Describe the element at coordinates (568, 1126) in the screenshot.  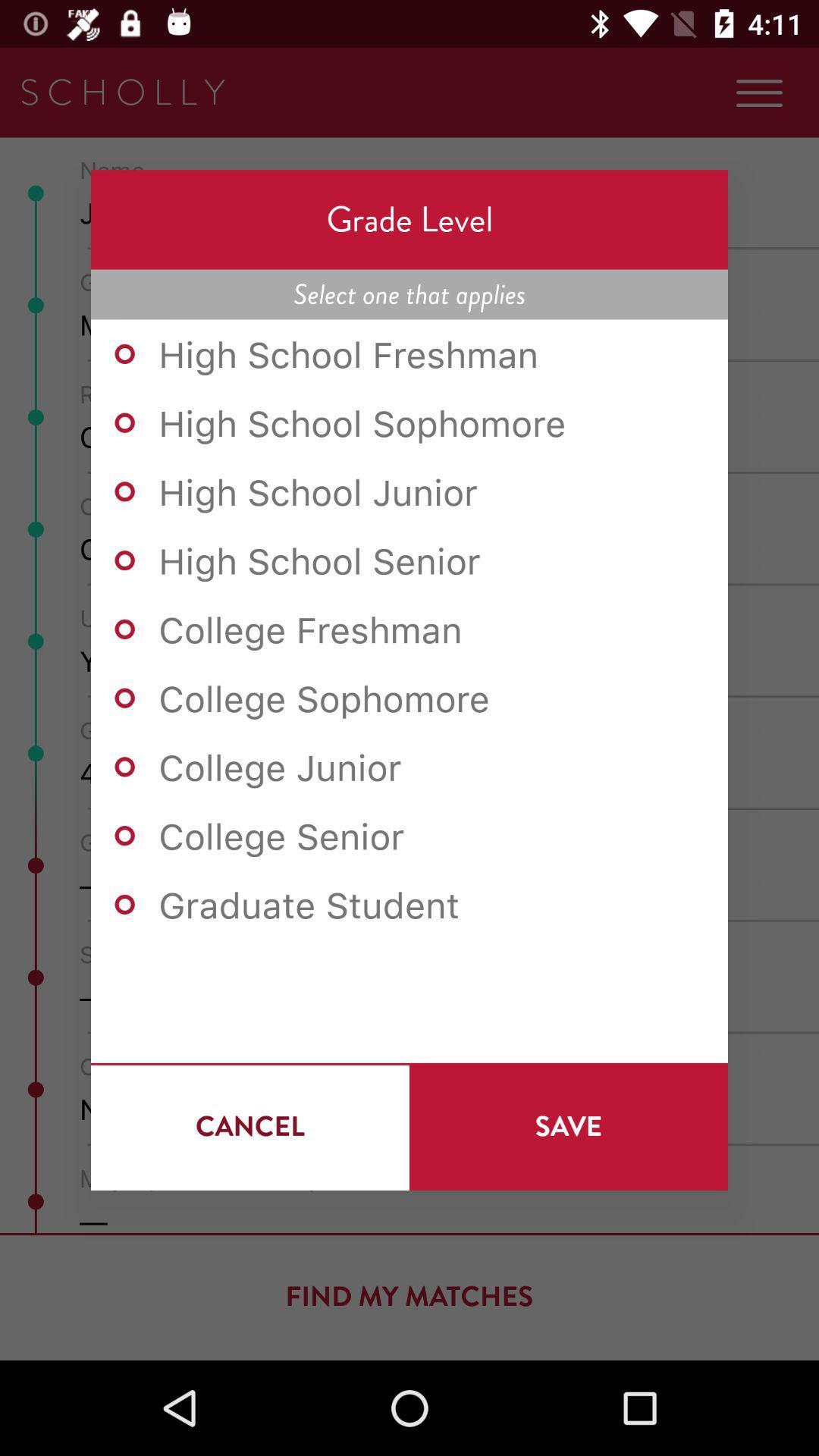
I see `the item below graduate student item` at that location.